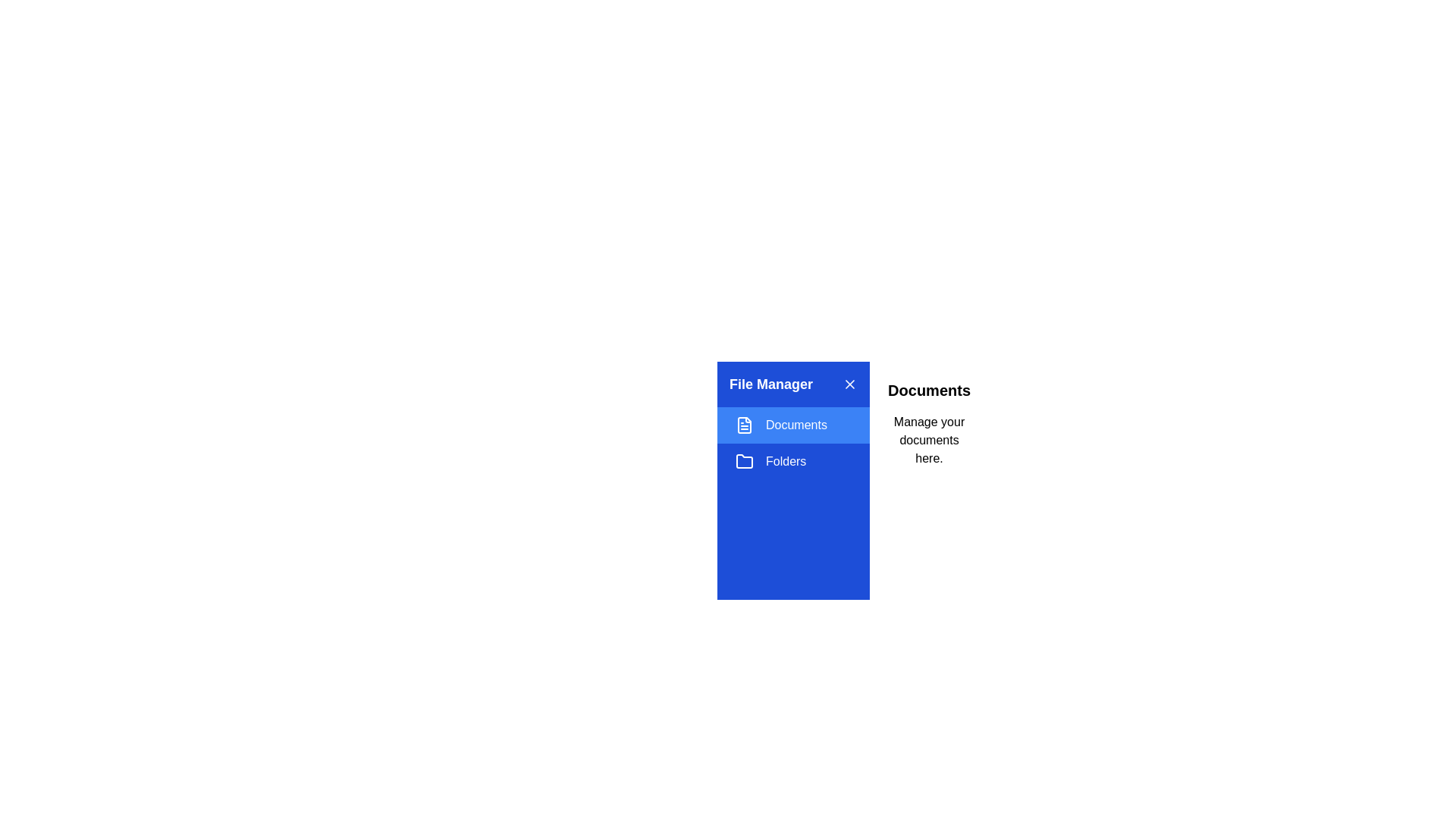 The height and width of the screenshot is (819, 1456). I want to click on the close button to close the drawer, so click(850, 383).